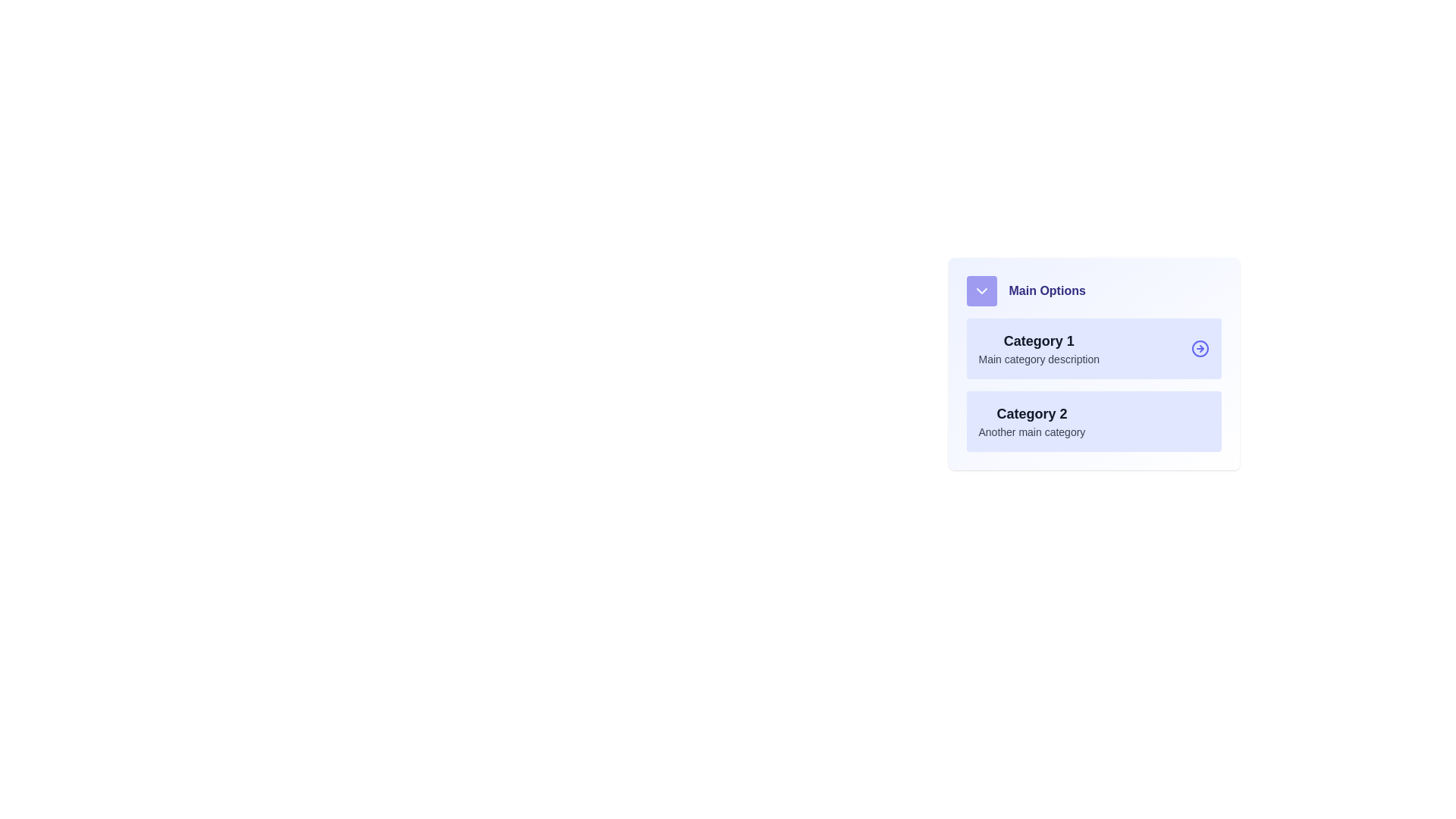 This screenshot has width=1456, height=819. What do you see at coordinates (1038, 359) in the screenshot?
I see `the text label that contains 'Main category description', located below 'Category 1' in the top-right section of the interface` at bounding box center [1038, 359].